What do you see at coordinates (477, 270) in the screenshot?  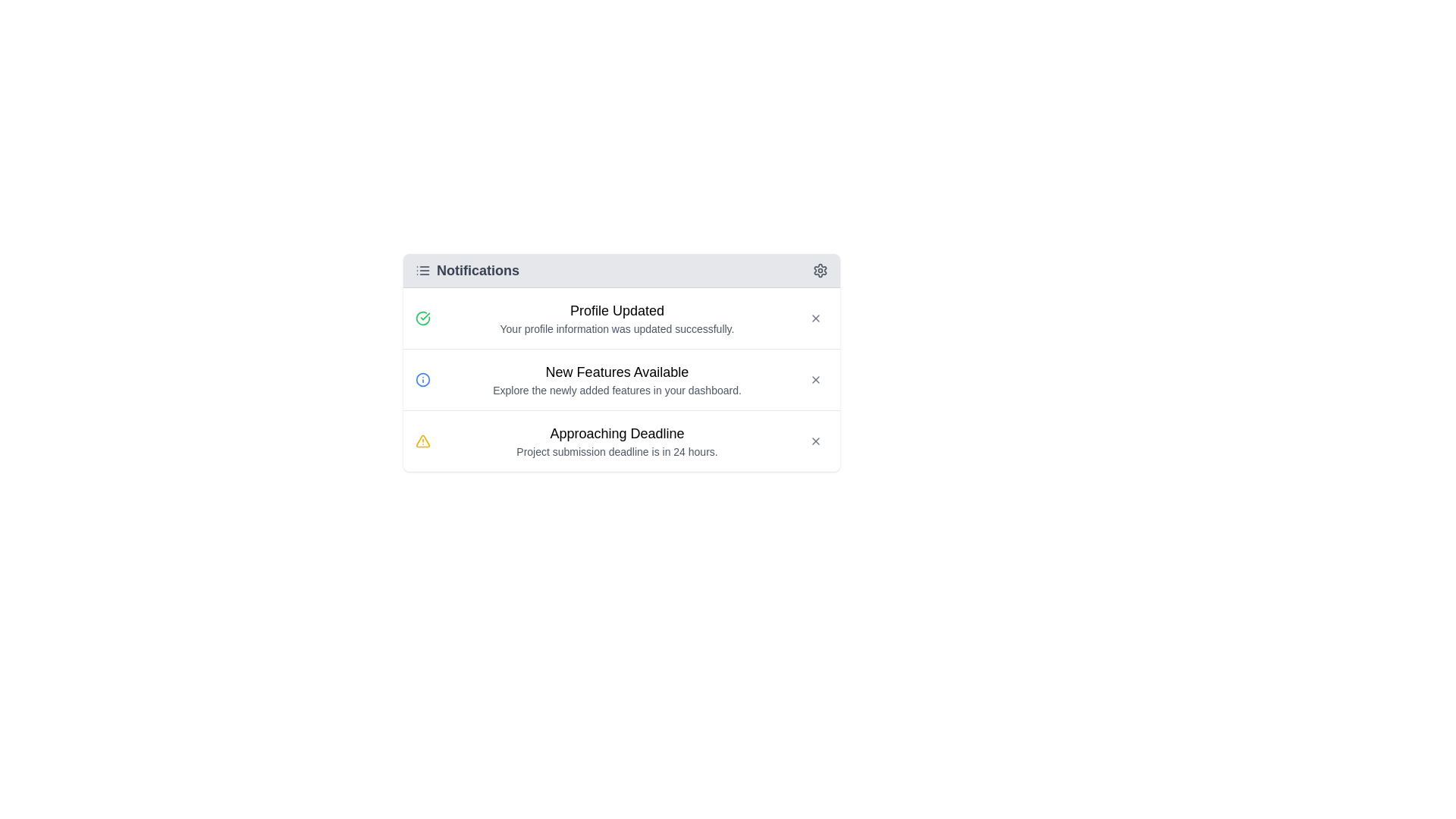 I see `the static text header for the notifications section, located near the top-left corner of the panel next to a small list icon` at bounding box center [477, 270].